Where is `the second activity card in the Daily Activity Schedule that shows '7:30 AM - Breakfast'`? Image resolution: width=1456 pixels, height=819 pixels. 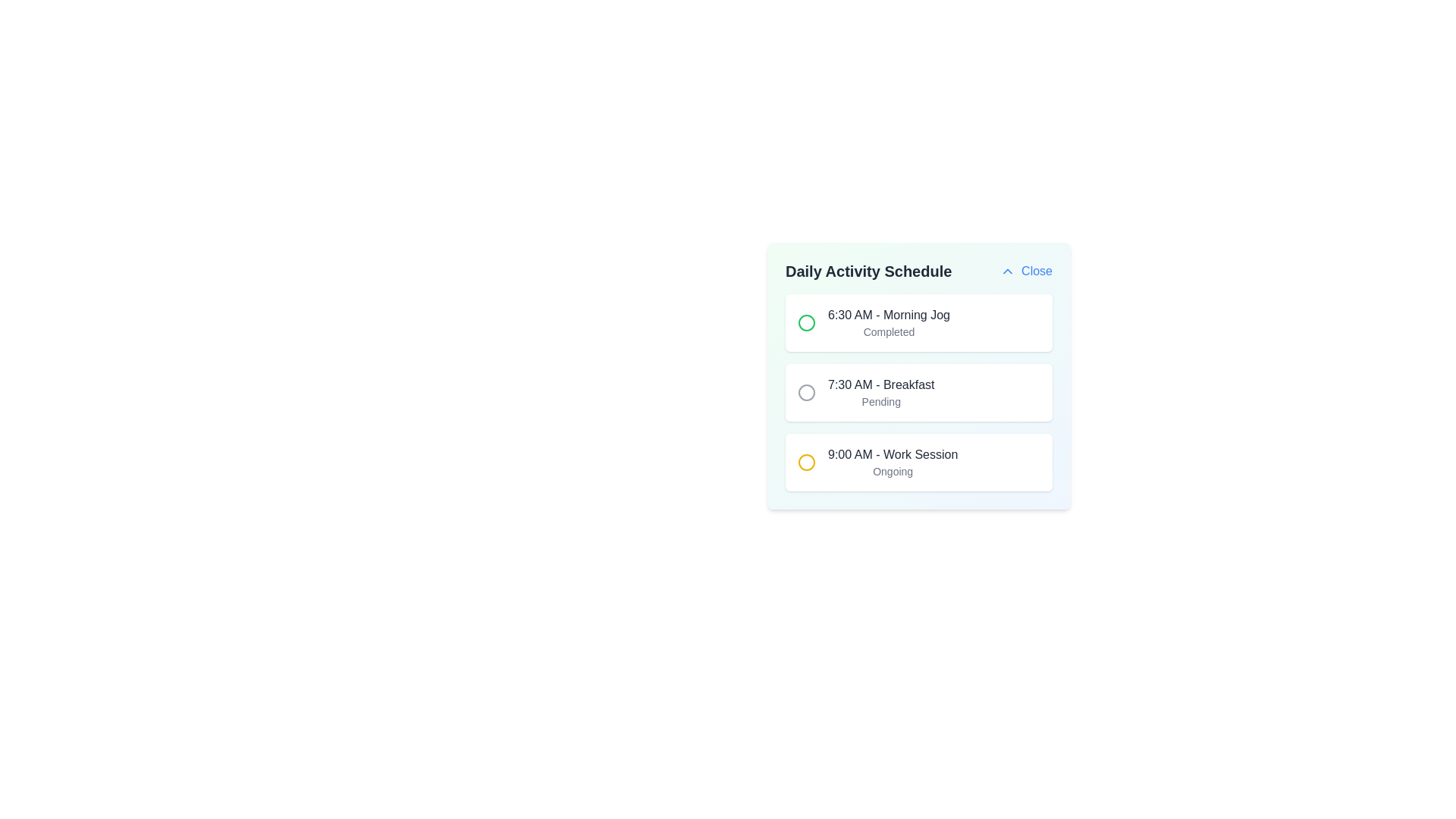
the second activity card in the Daily Activity Schedule that shows '7:30 AM - Breakfast' is located at coordinates (918, 391).